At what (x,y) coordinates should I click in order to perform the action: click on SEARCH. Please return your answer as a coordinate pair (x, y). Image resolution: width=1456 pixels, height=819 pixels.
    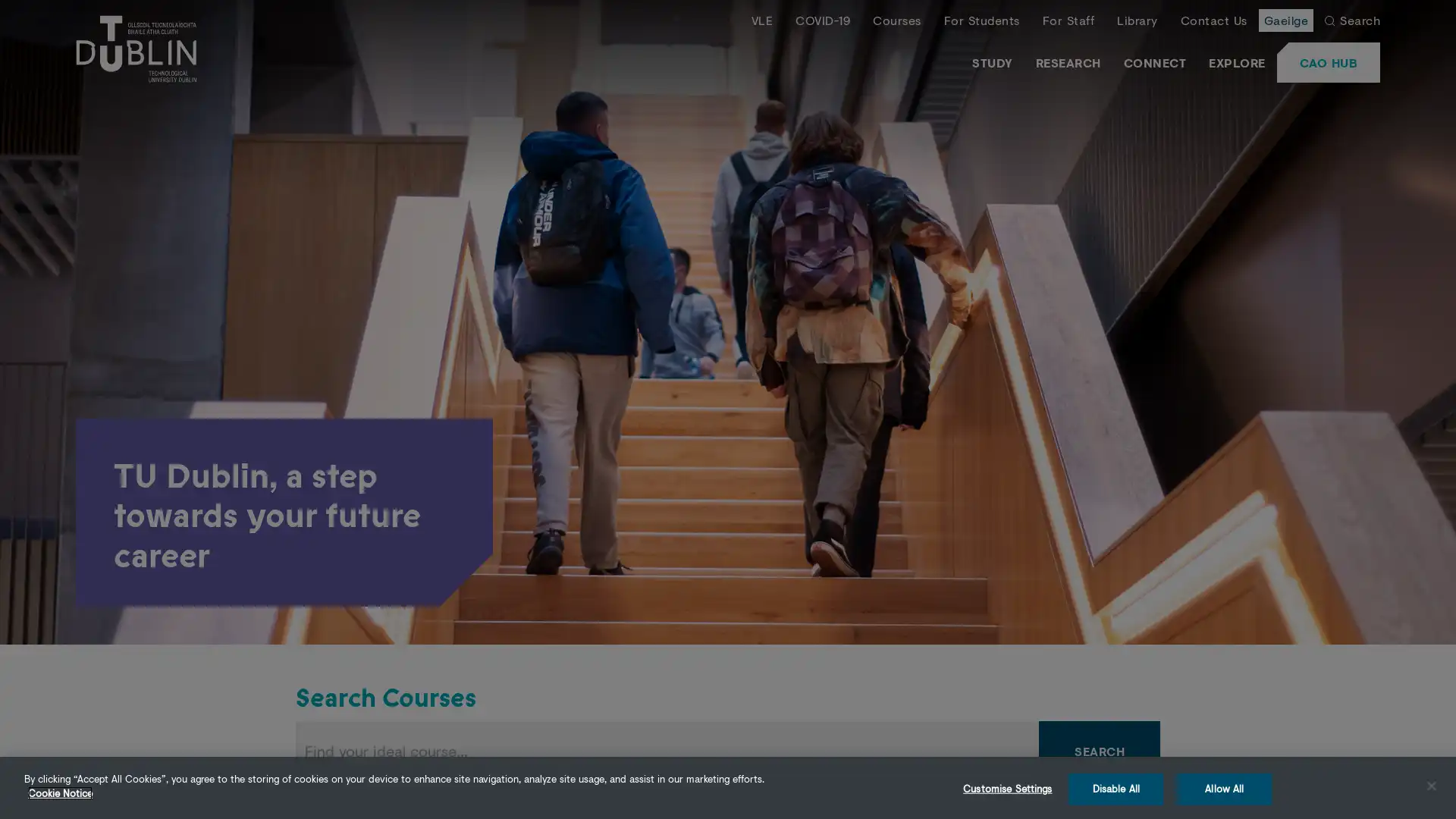
    Looking at the image, I should click on (1099, 751).